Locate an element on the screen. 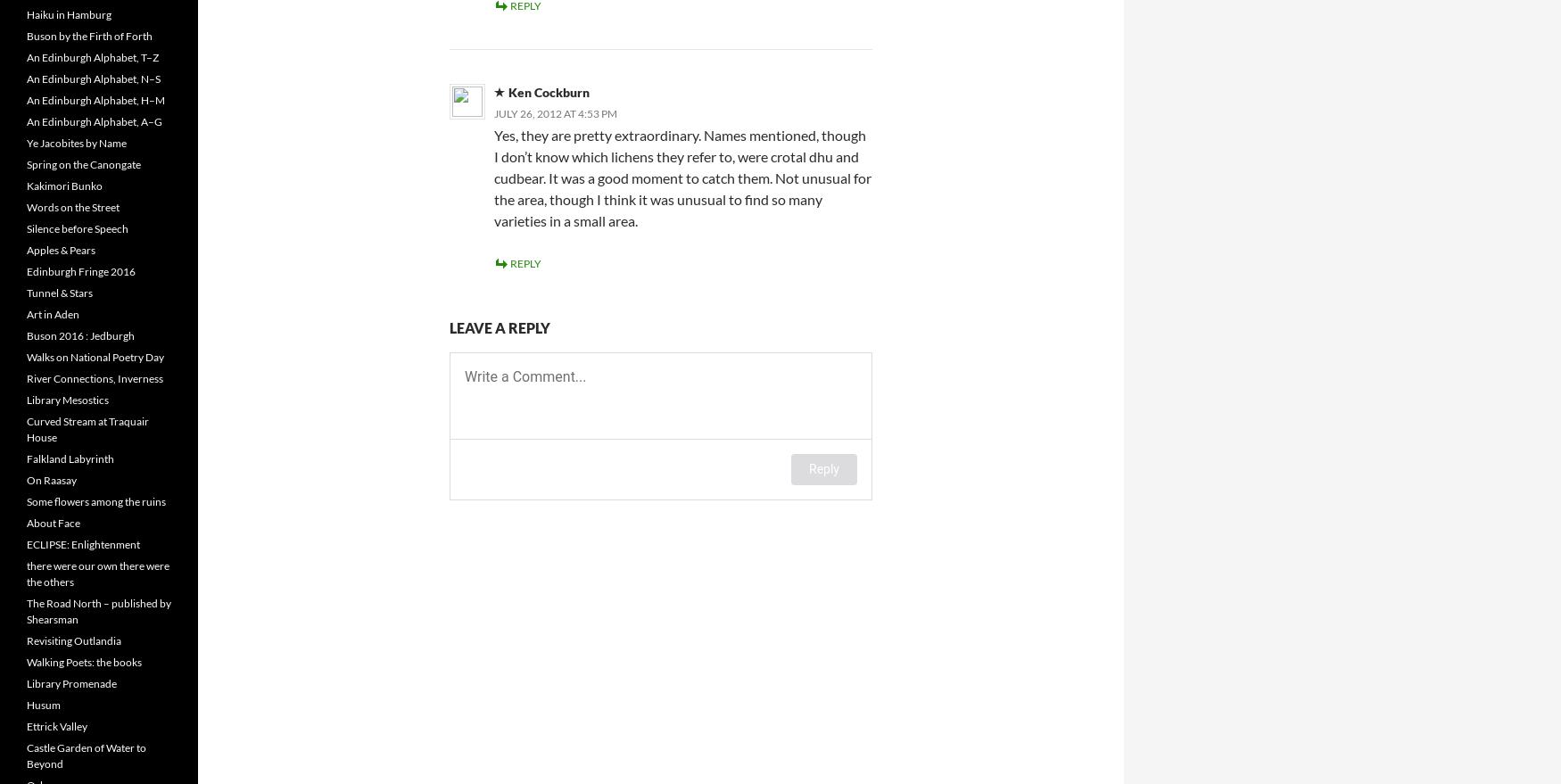 The height and width of the screenshot is (784, 1561). 'Words on the Street' is located at coordinates (25, 207).